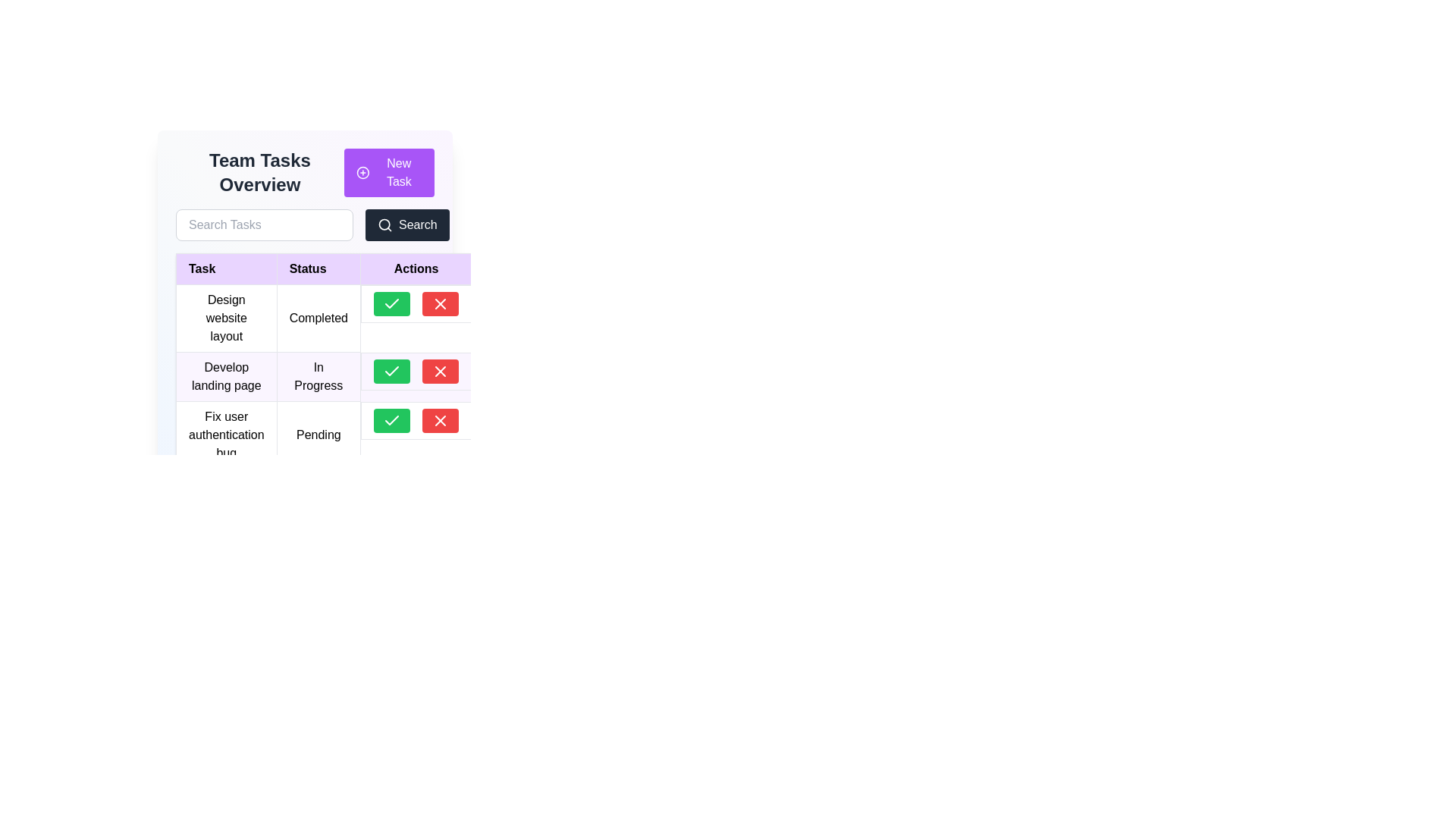 This screenshot has width=1456, height=819. What do you see at coordinates (384, 224) in the screenshot?
I see `the circular part of the SVG graphic representing the magnifying glass icon, located to the left of the search button in the task management interface` at bounding box center [384, 224].